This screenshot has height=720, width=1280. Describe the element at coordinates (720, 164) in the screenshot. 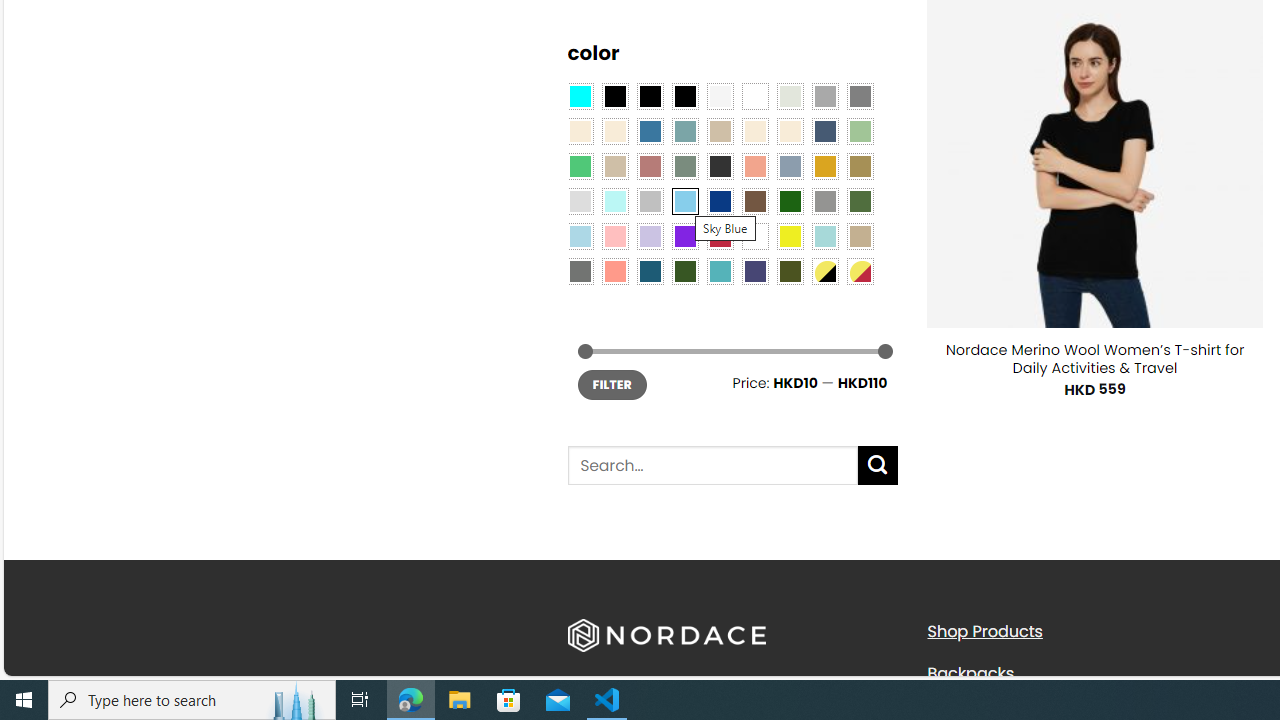

I see `'Charcoal'` at that location.